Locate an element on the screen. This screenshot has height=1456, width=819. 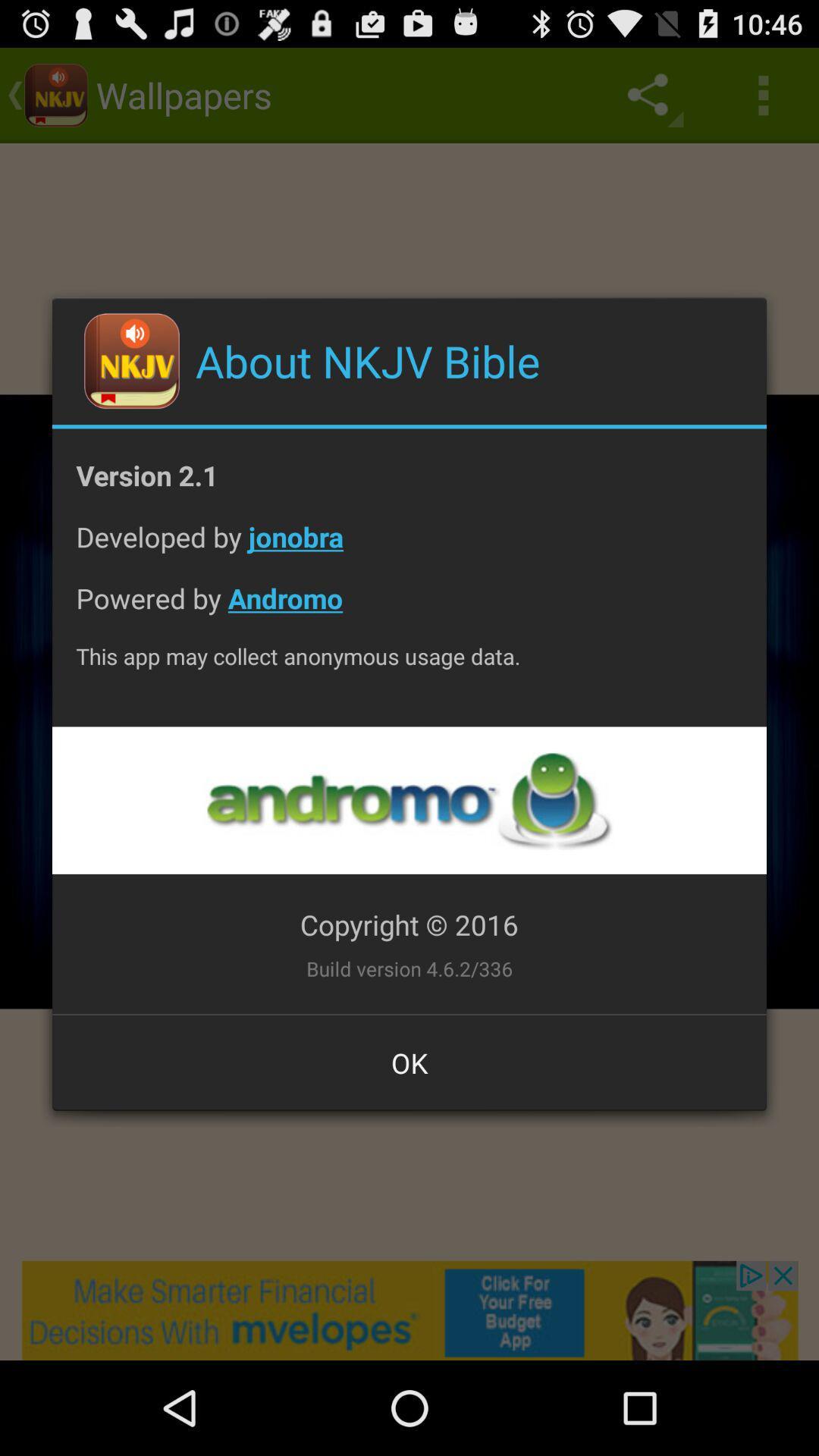
app below version 2.1 icon is located at coordinates (409, 548).